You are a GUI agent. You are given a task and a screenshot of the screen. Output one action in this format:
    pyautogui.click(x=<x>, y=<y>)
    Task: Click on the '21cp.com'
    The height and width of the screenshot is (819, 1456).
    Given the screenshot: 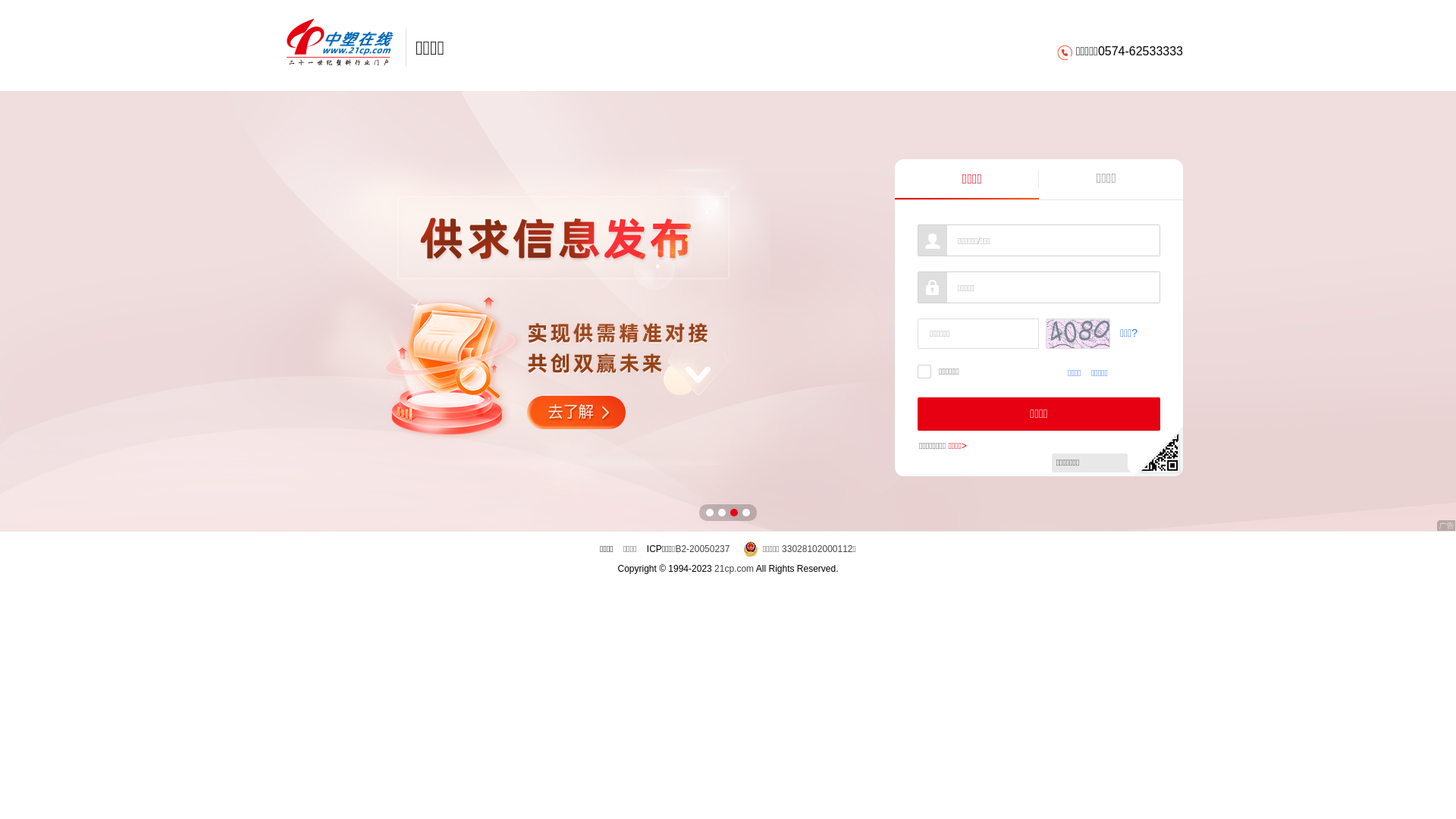 What is the action you would take?
    pyautogui.click(x=734, y=568)
    